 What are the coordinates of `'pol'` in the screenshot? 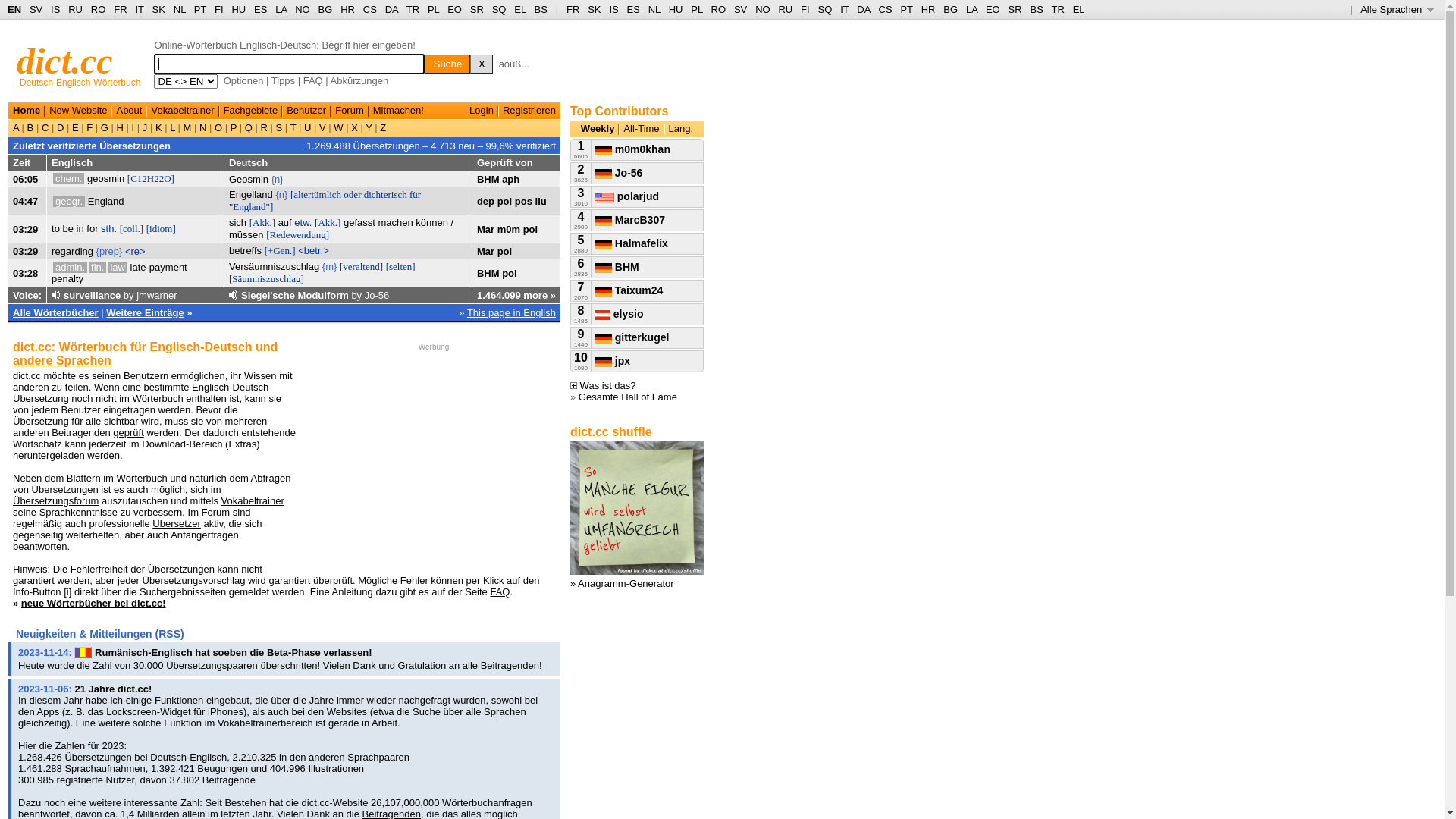 It's located at (531, 228).